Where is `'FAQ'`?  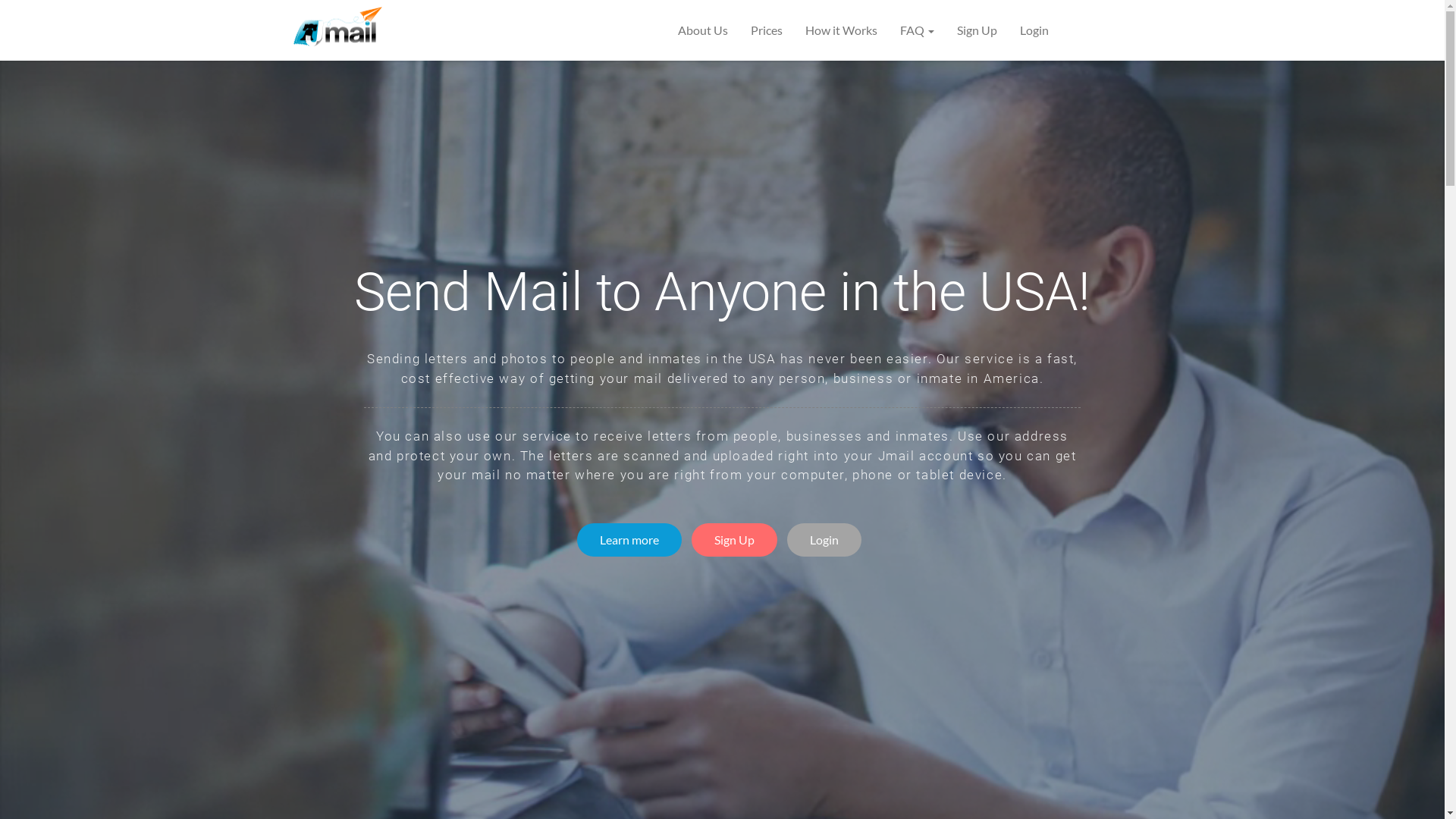 'FAQ' is located at coordinates (916, 30).